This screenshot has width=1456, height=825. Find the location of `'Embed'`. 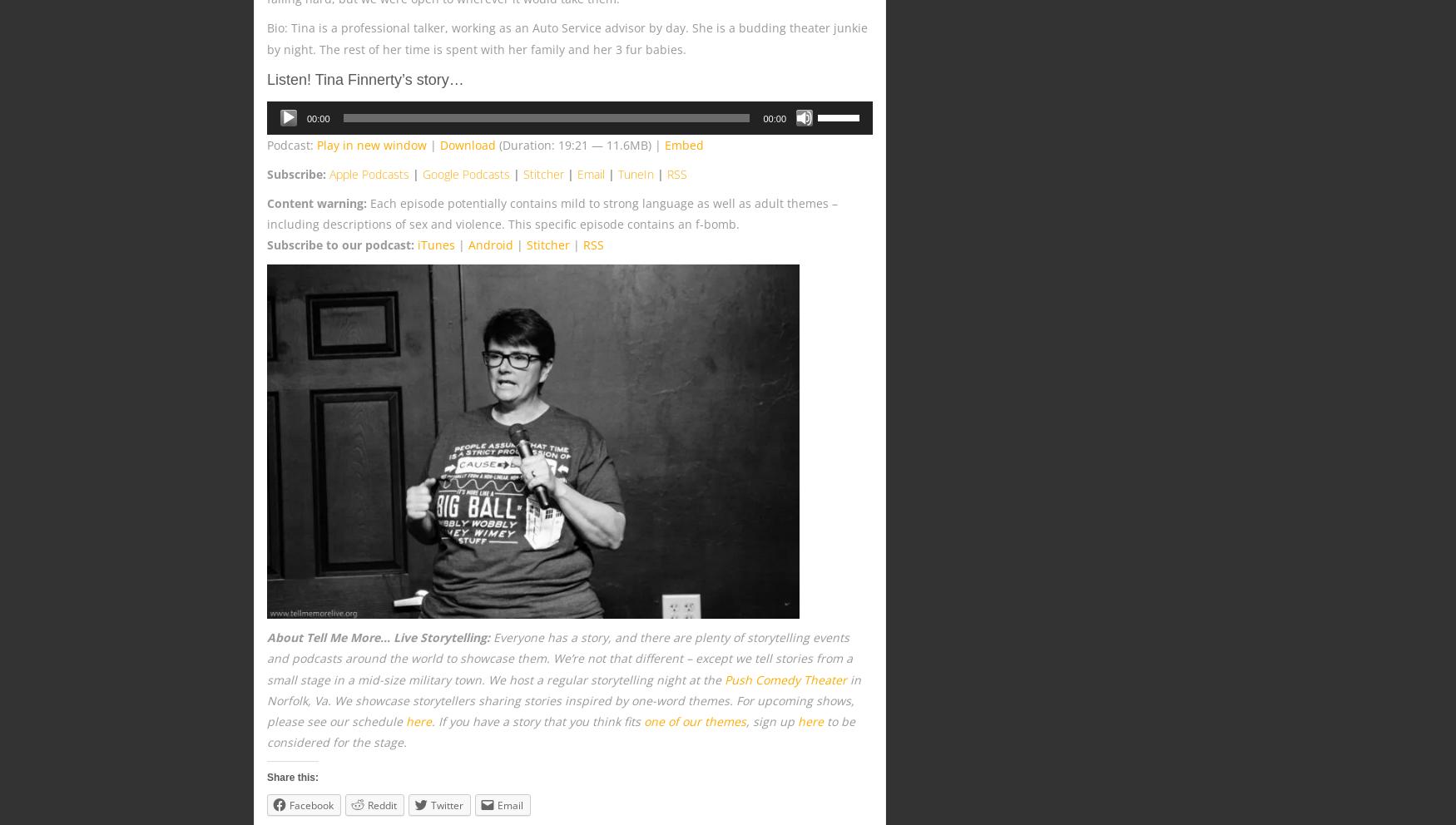

'Embed' is located at coordinates (664, 143).